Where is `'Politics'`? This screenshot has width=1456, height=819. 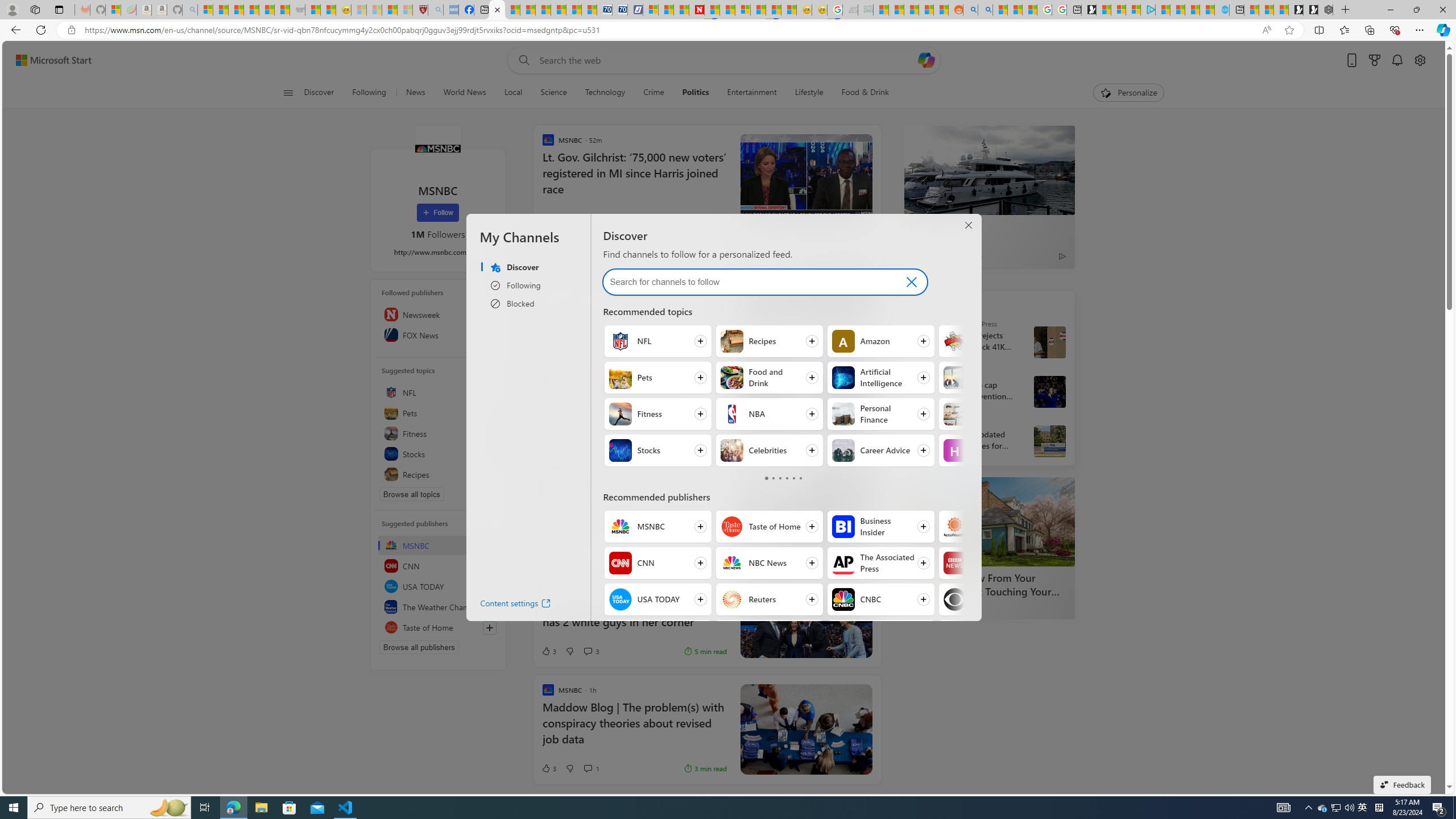
'Politics' is located at coordinates (695, 92).